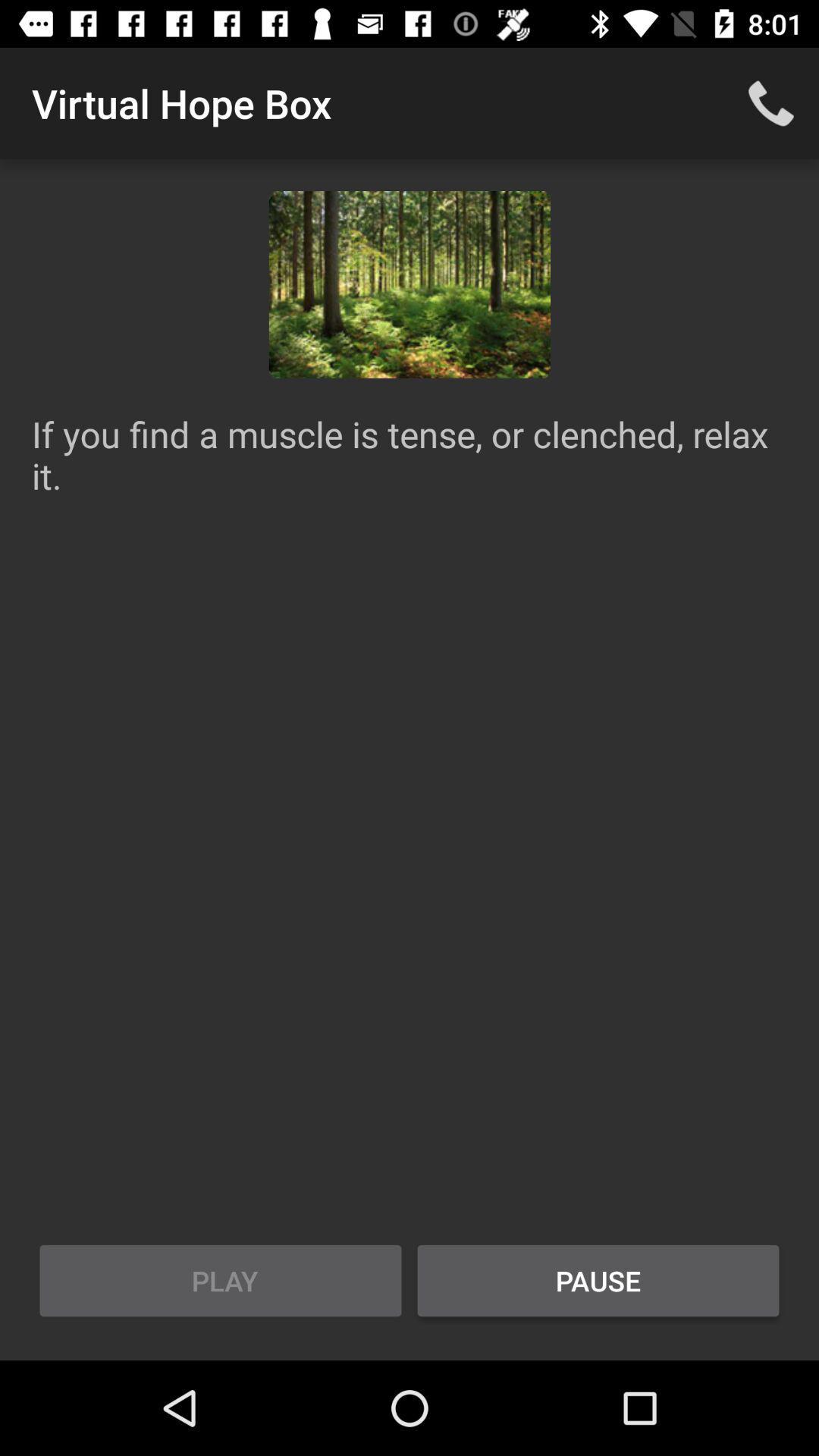 The height and width of the screenshot is (1456, 819). Describe the element at coordinates (220, 1280) in the screenshot. I see `play` at that location.